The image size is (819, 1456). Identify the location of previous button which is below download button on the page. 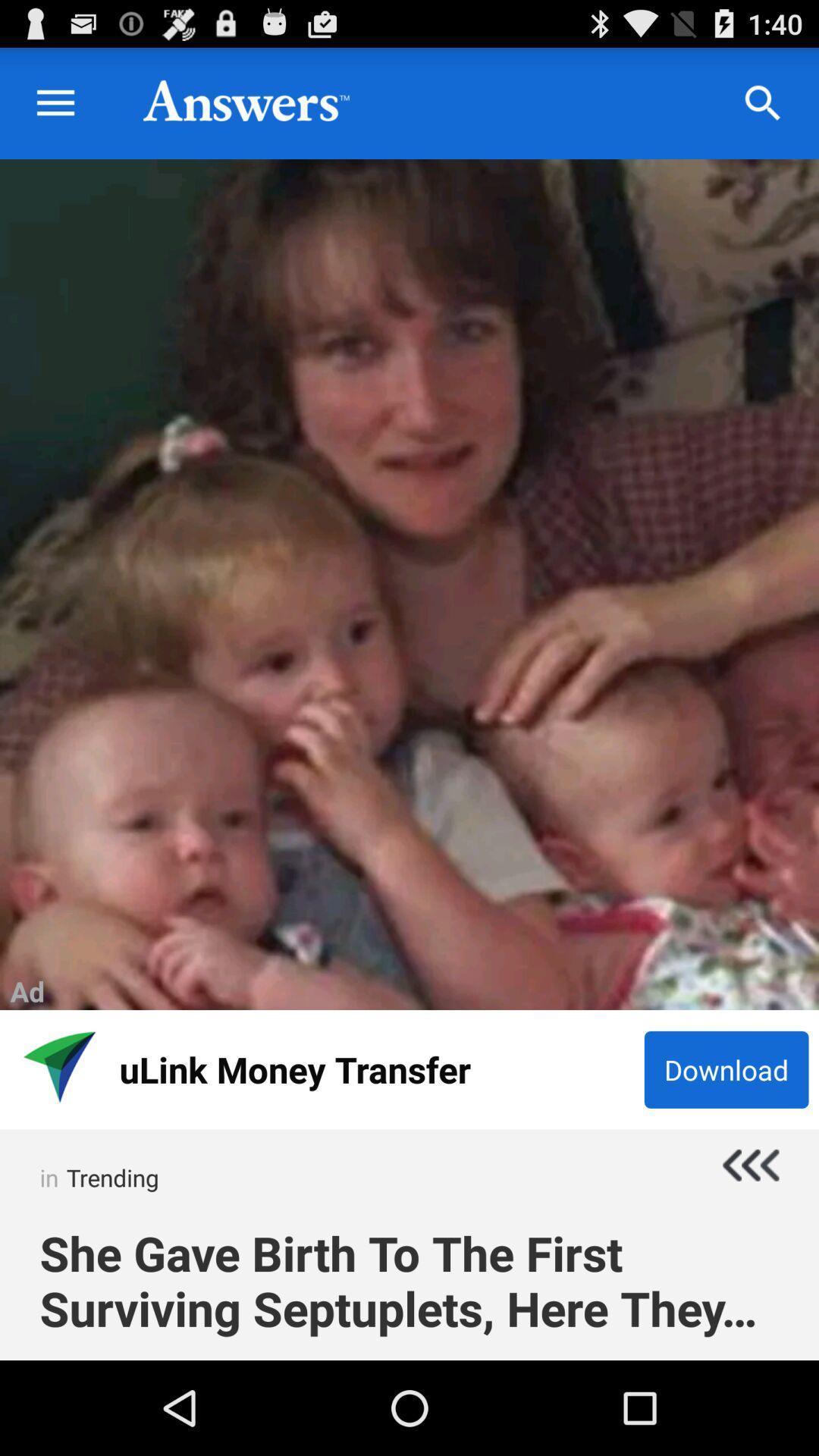
(731, 1164).